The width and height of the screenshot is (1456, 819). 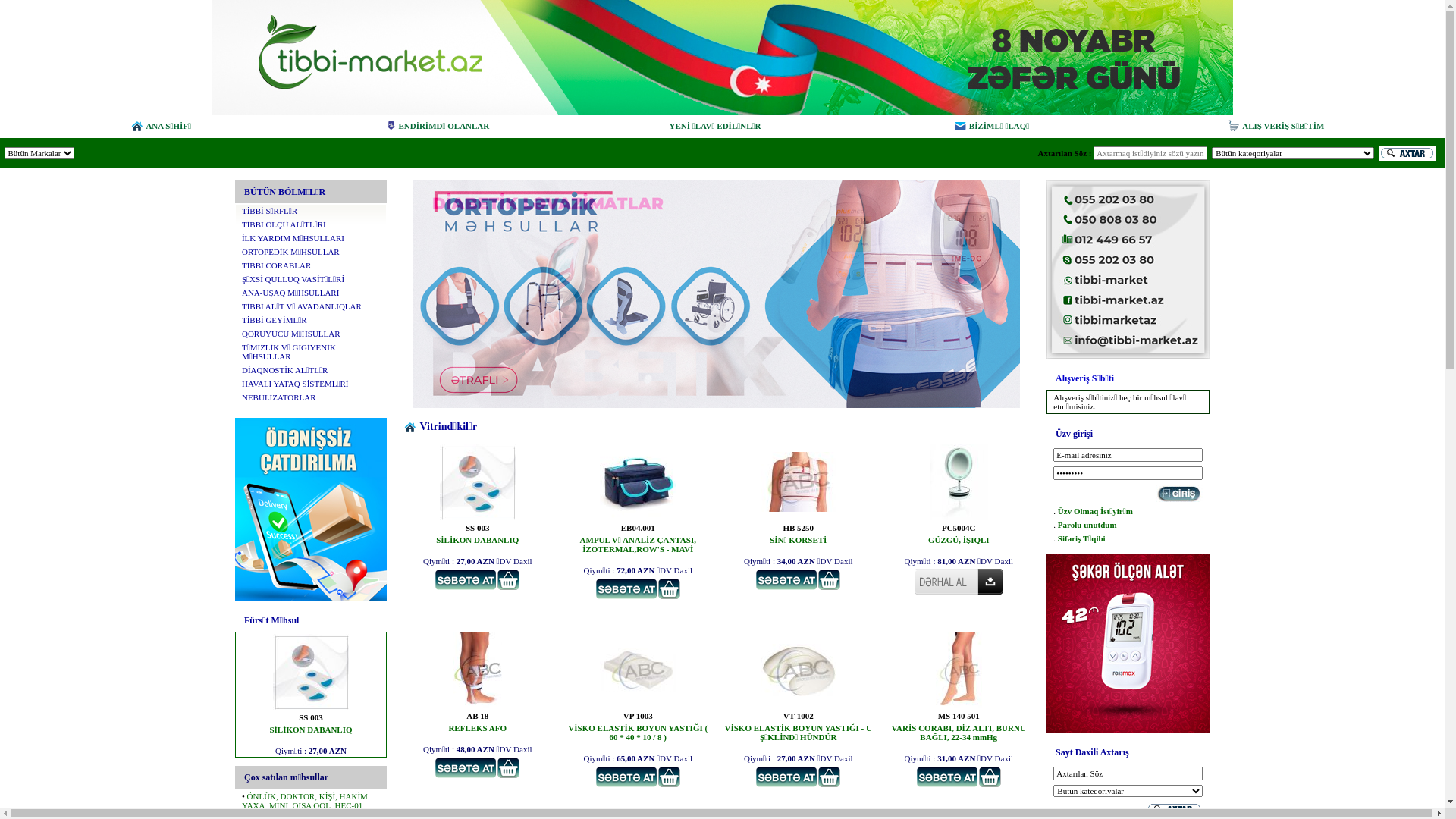 I want to click on 'Parolu unutdum', so click(x=1087, y=523).